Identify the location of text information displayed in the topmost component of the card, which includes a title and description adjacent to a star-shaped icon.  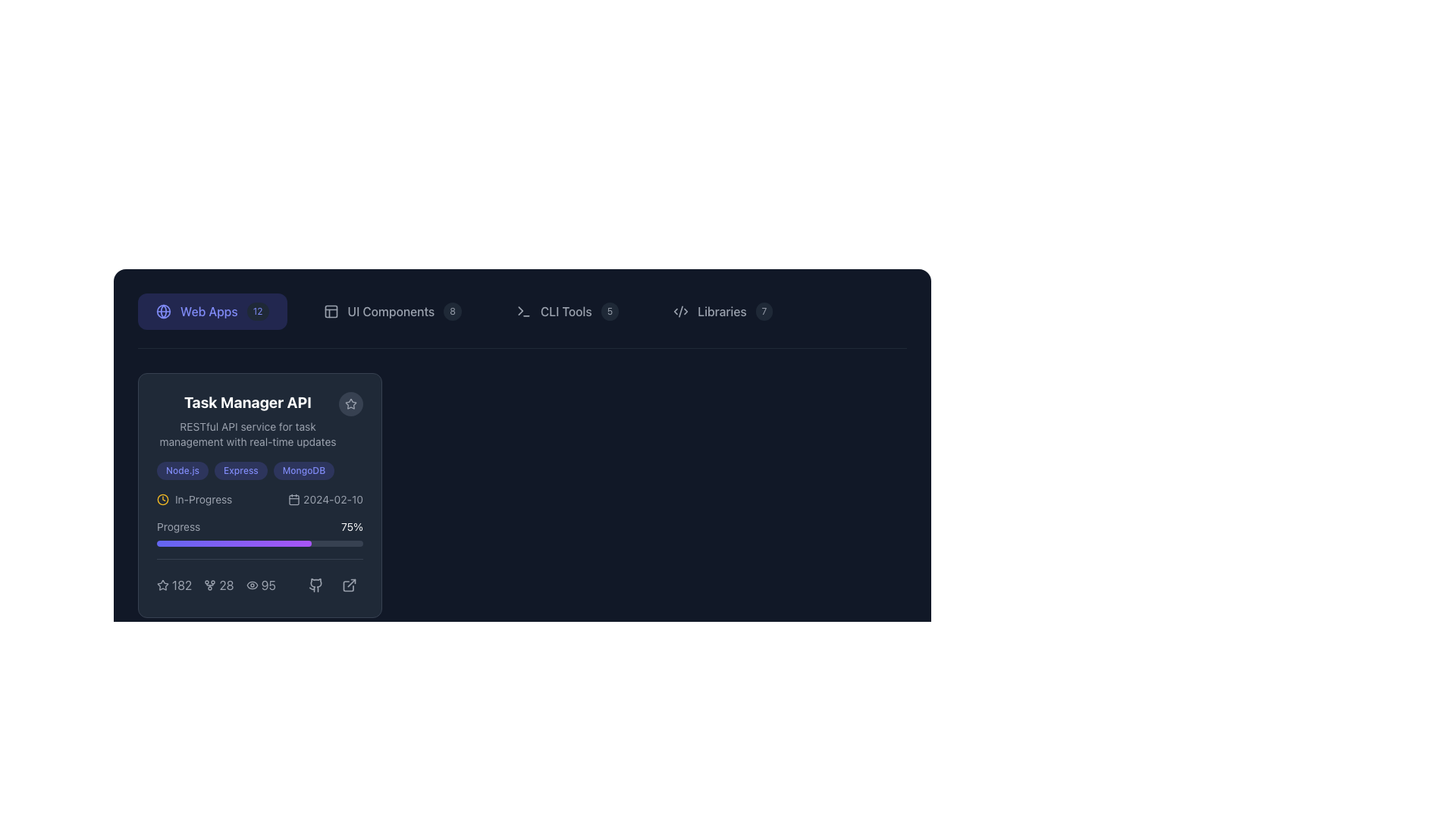
(247, 421).